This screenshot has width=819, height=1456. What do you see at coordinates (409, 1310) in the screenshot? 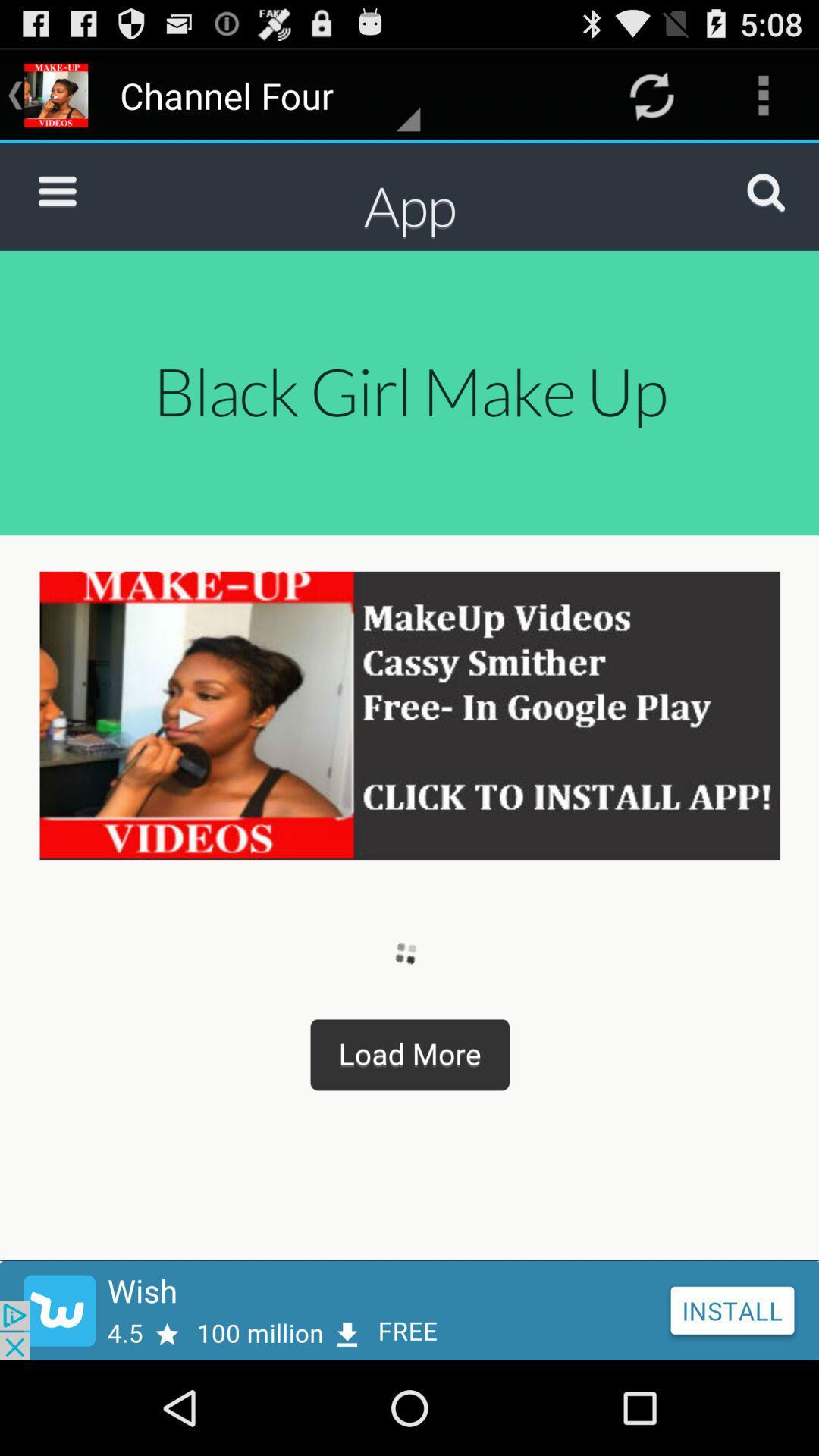
I see `access advertisement` at bounding box center [409, 1310].